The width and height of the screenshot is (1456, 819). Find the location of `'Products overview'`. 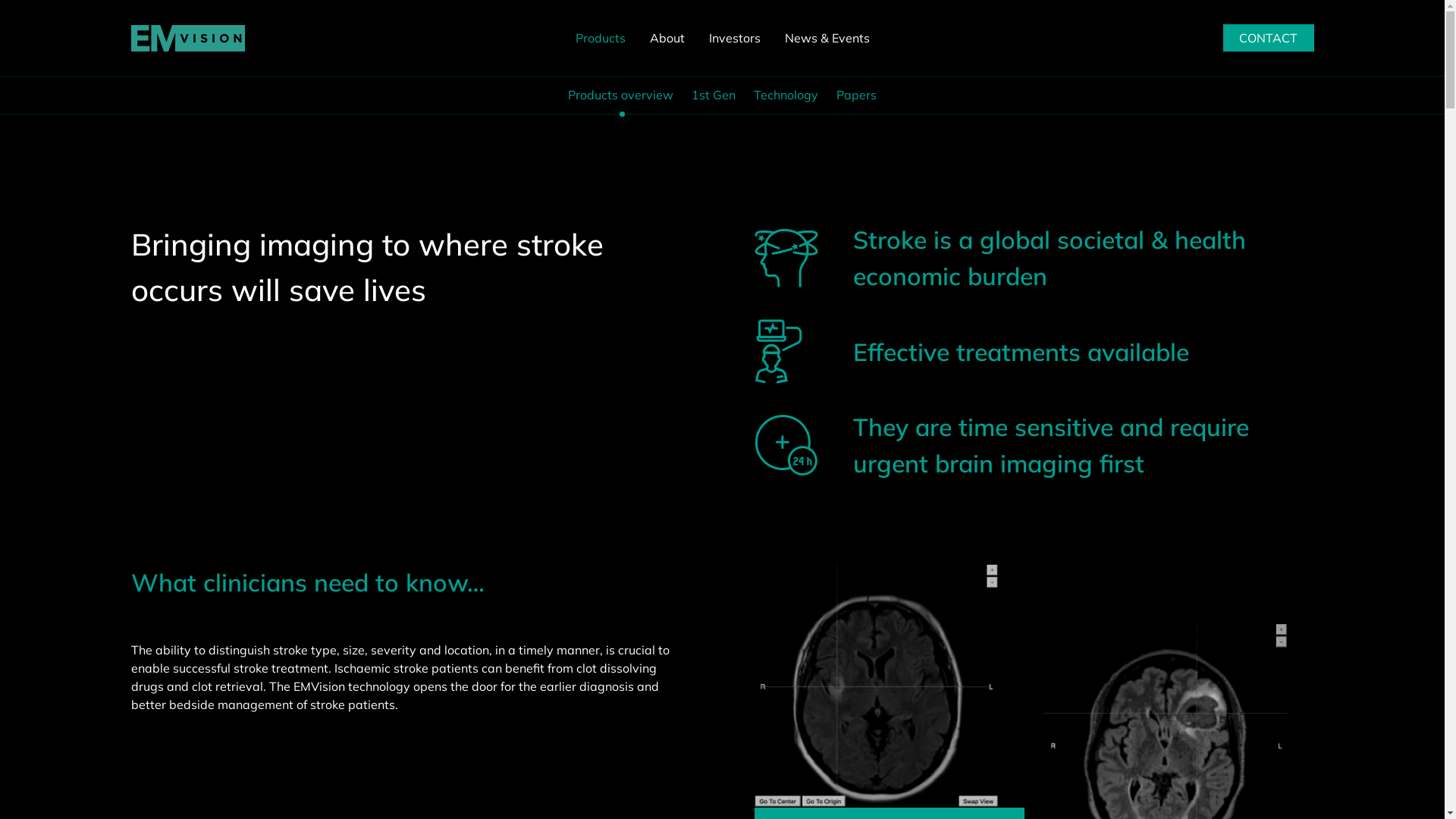

'Products overview' is located at coordinates (620, 94).